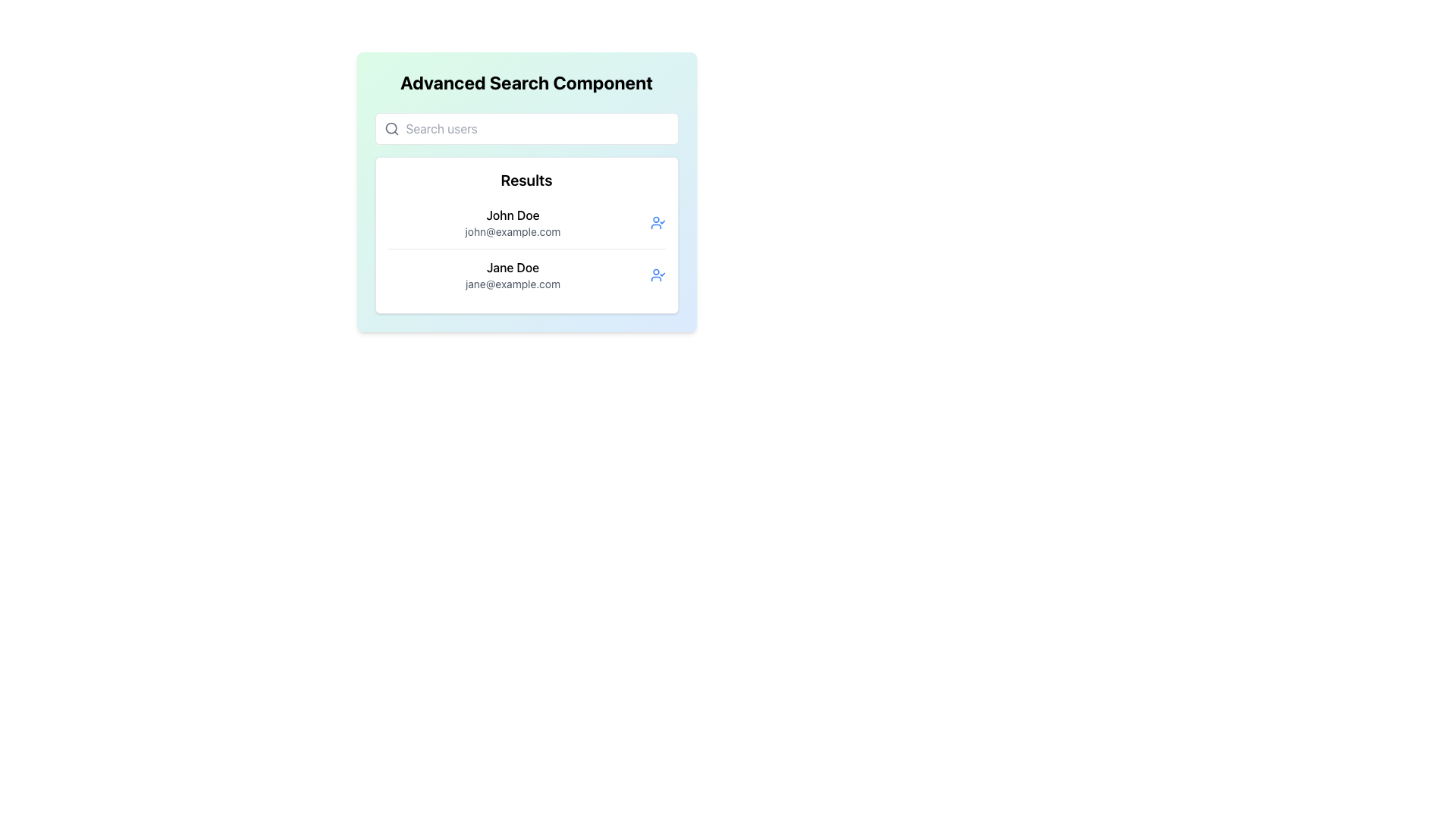  Describe the element at coordinates (391, 127) in the screenshot. I see `the search icon element located within the search bar to trigger its functionality` at that location.